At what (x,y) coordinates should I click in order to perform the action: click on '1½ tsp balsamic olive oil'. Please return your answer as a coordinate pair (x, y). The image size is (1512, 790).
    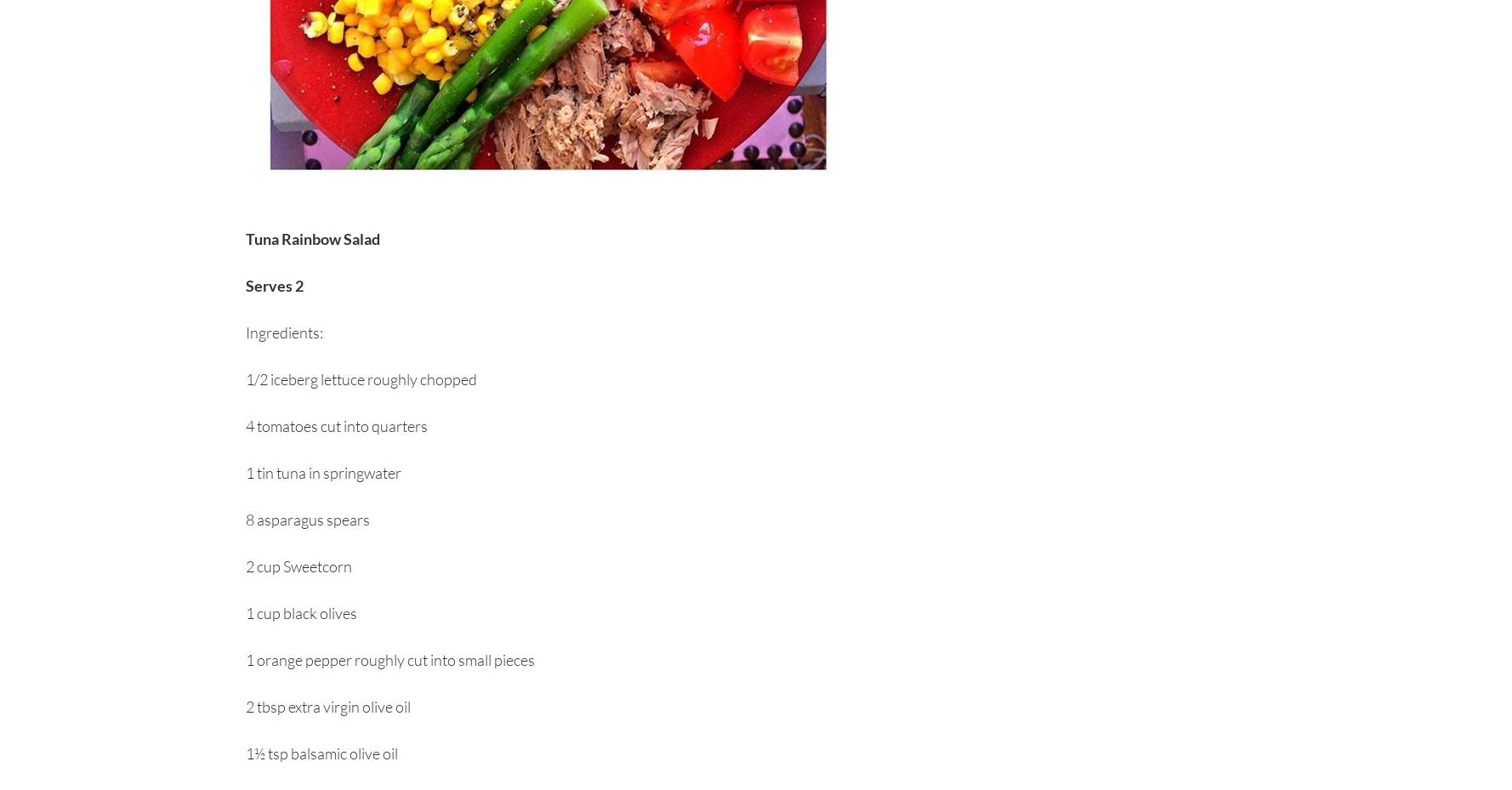
    Looking at the image, I should click on (321, 753).